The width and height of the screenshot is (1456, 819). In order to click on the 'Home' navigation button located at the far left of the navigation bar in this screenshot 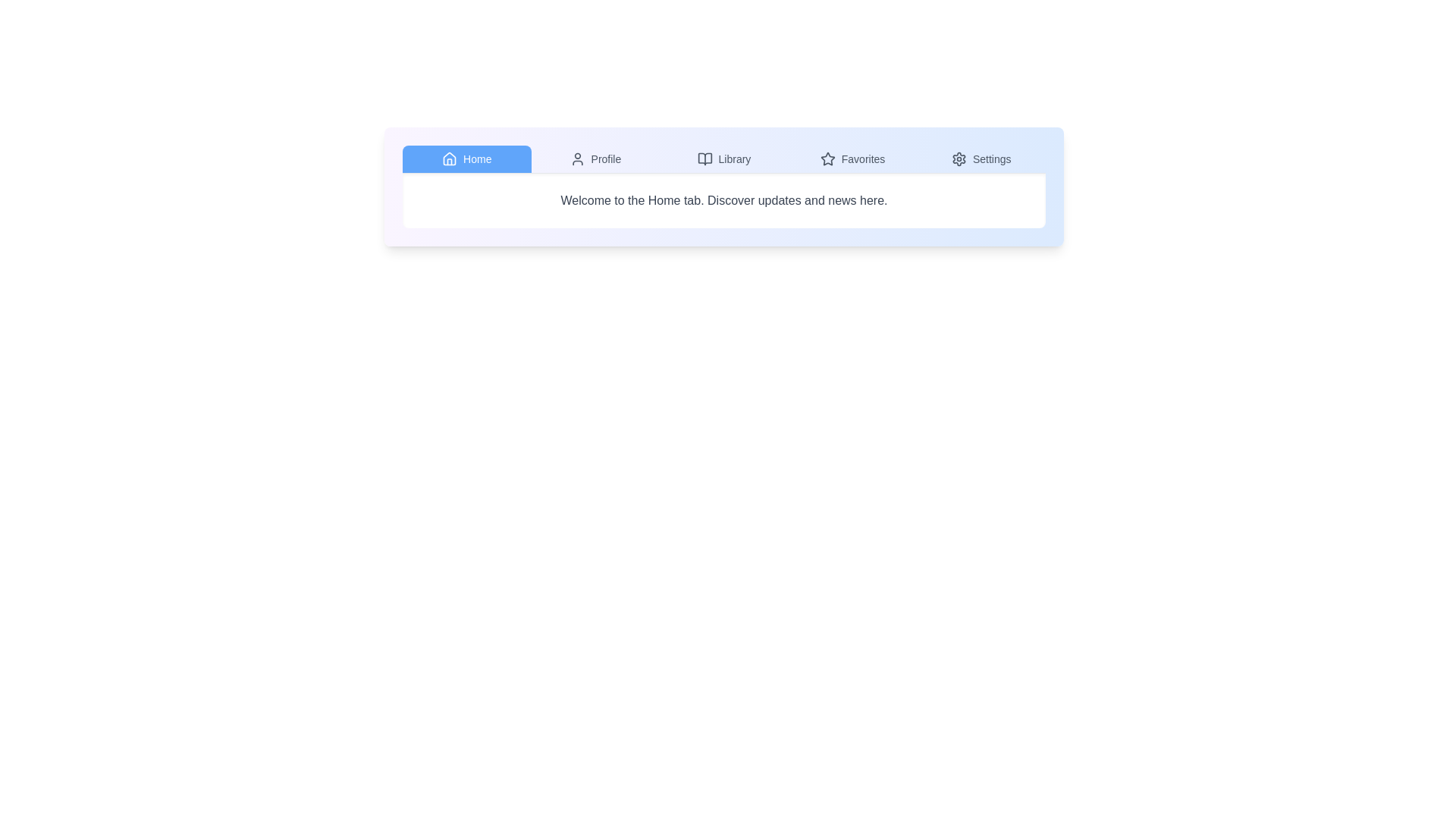, I will do `click(466, 158)`.